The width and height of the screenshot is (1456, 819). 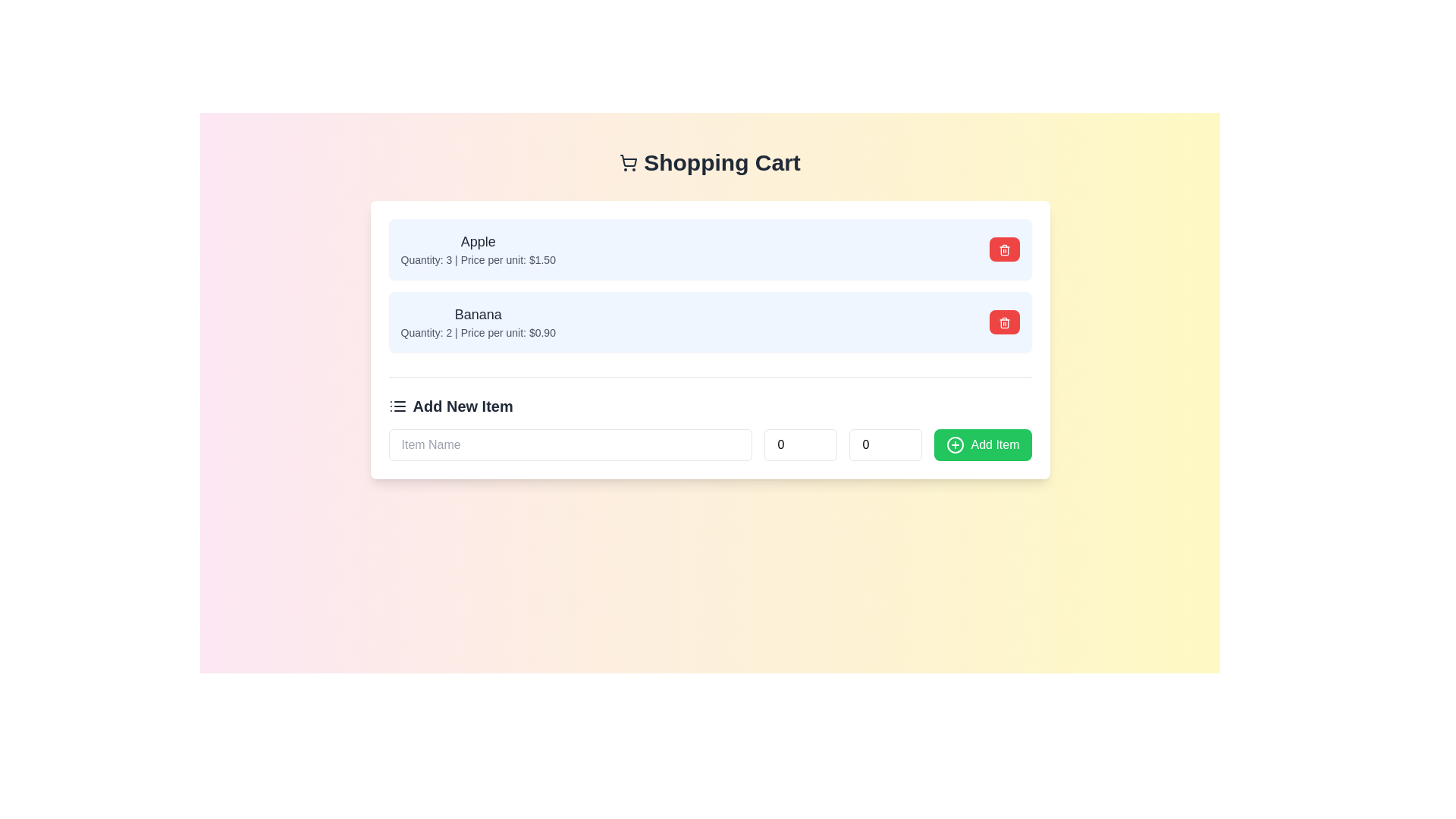 What do you see at coordinates (1004, 321) in the screenshot?
I see `the red button with a trash bin icon located at the right end of the second item's row, corresponding to 'Banana', to change its shade` at bounding box center [1004, 321].